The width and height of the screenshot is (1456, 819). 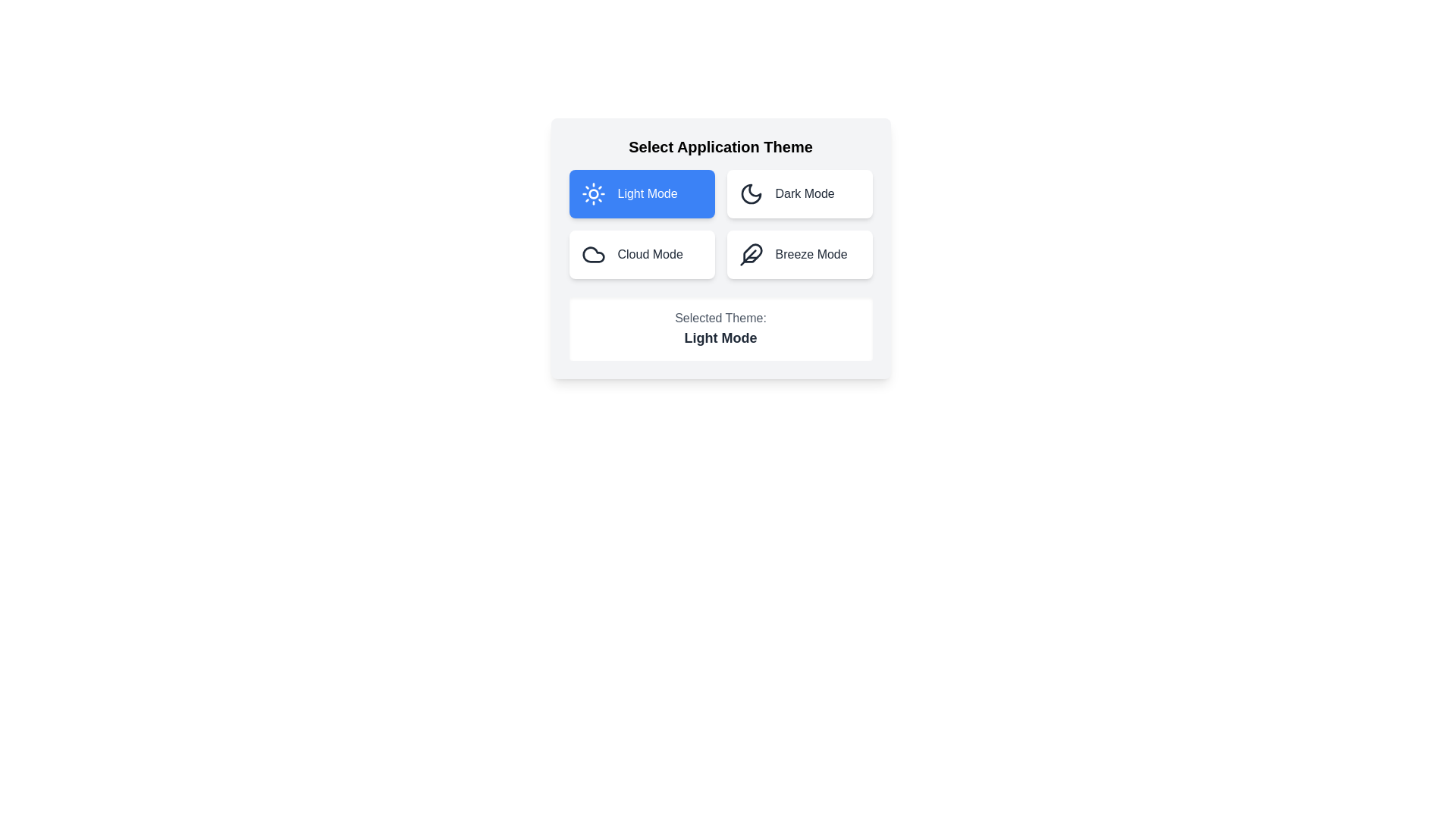 What do you see at coordinates (642, 253) in the screenshot?
I see `the button labeled Cloud Mode` at bounding box center [642, 253].